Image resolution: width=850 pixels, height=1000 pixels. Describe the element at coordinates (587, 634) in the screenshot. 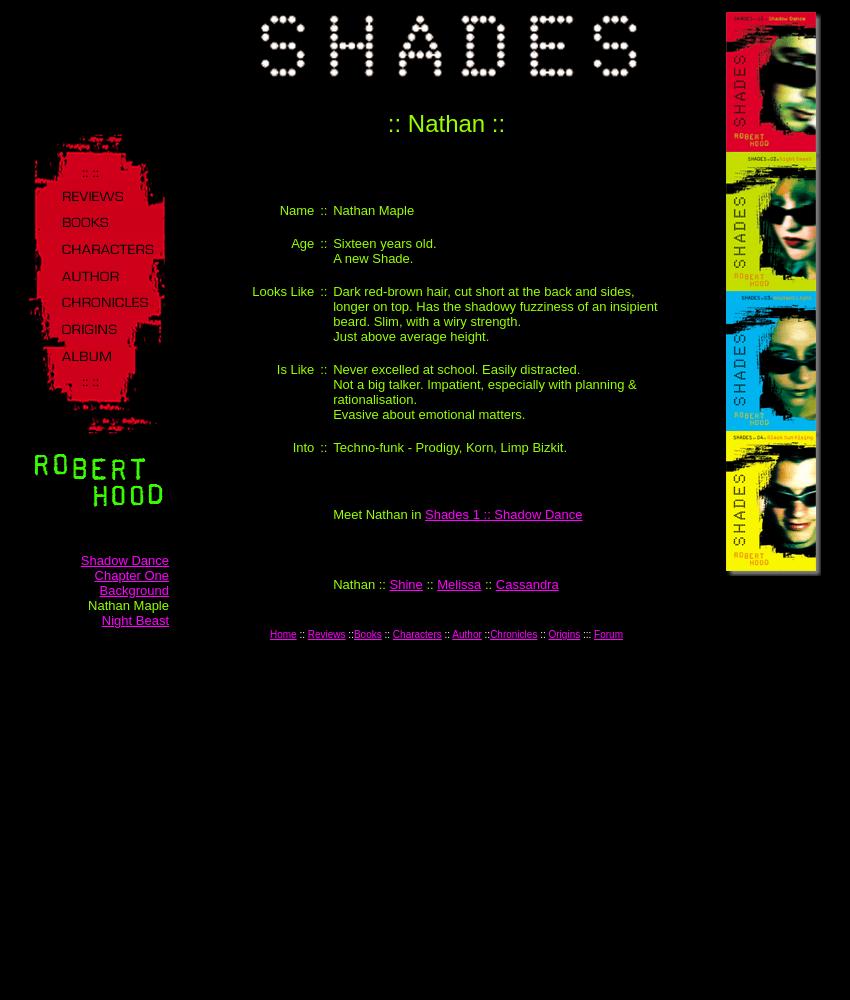

I see `':::'` at that location.